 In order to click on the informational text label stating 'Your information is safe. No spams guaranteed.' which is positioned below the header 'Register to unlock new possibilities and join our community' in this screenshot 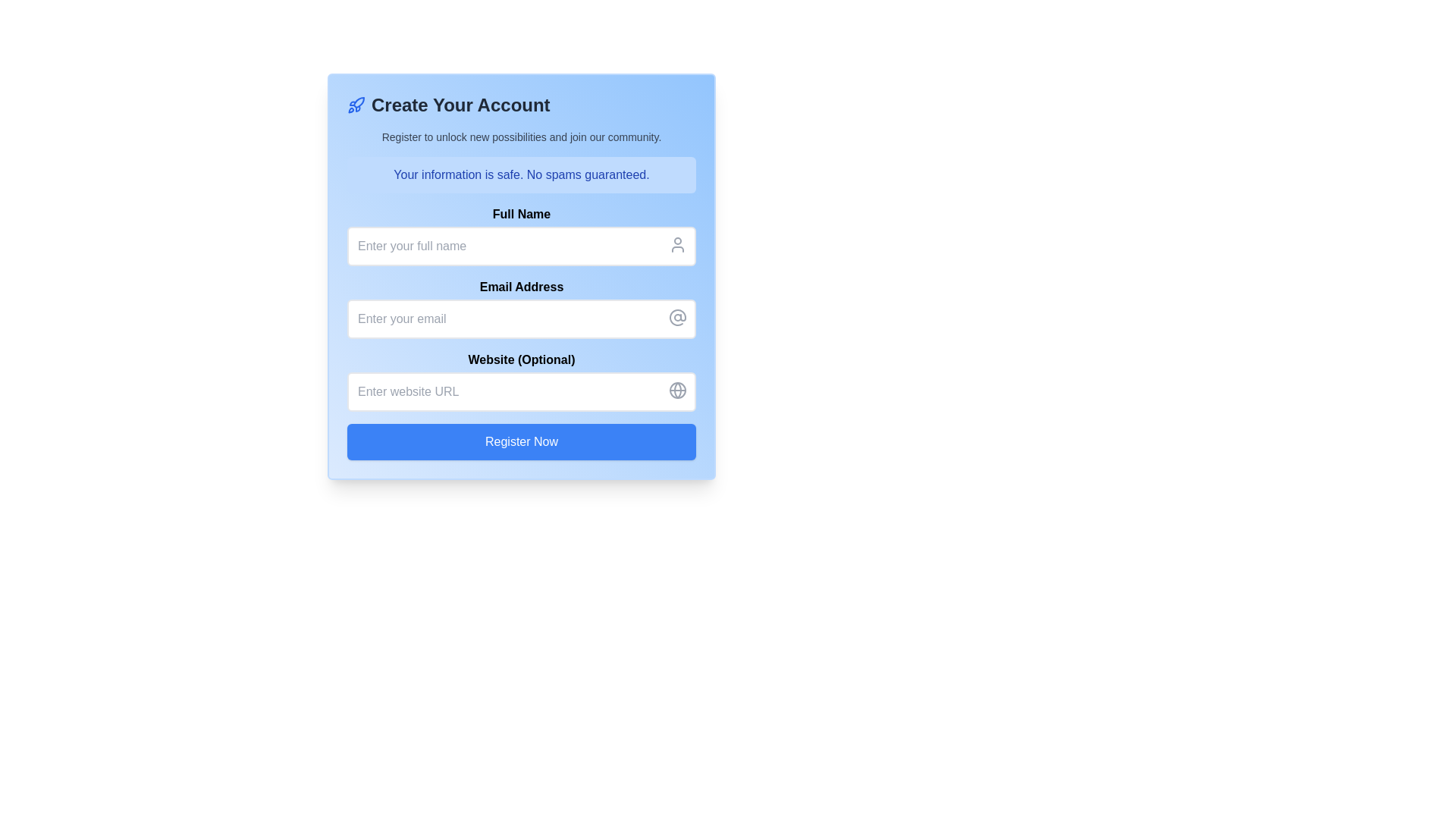, I will do `click(521, 174)`.